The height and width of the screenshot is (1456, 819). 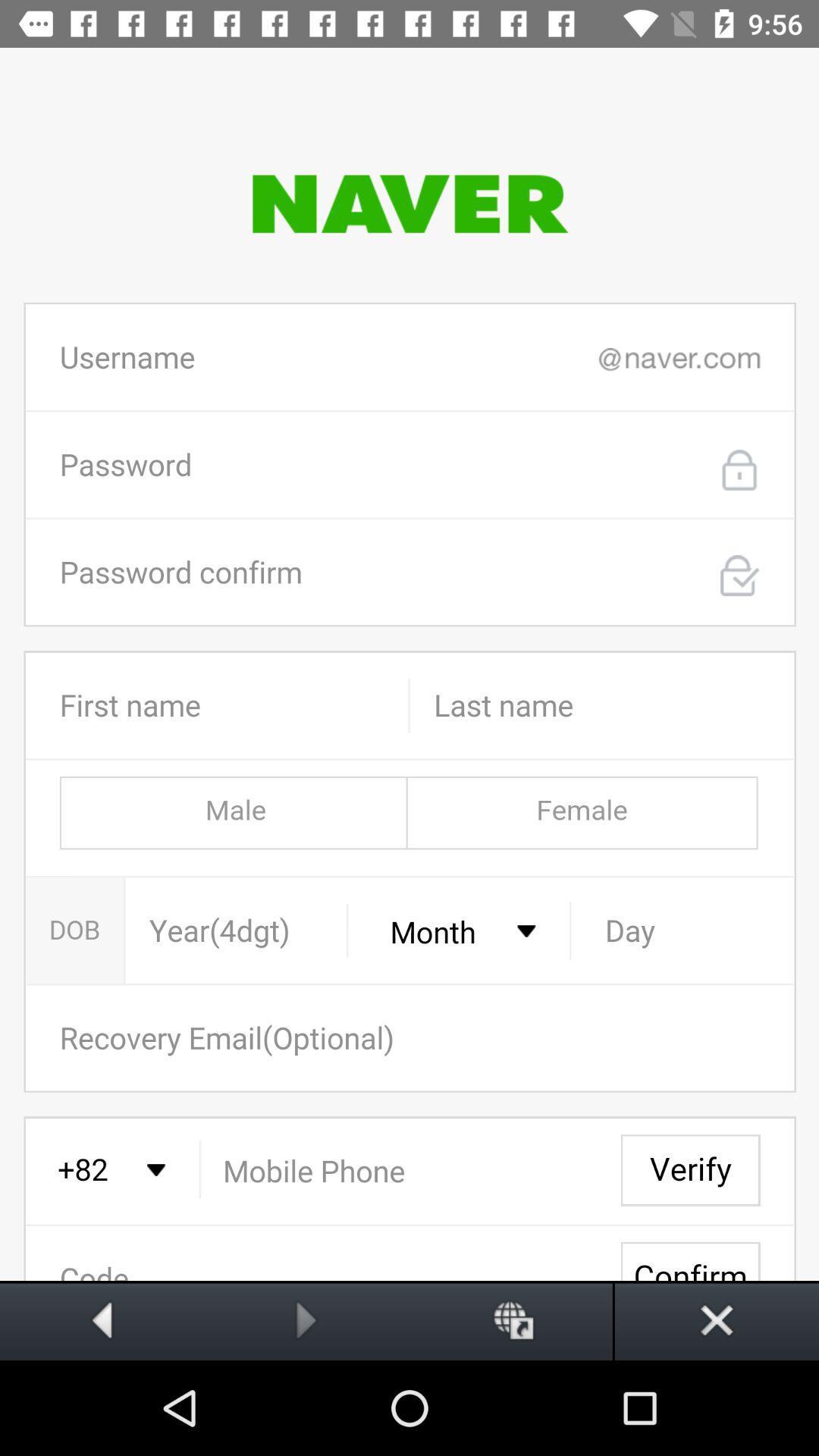 What do you see at coordinates (306, 1319) in the screenshot?
I see `the play icon` at bounding box center [306, 1319].